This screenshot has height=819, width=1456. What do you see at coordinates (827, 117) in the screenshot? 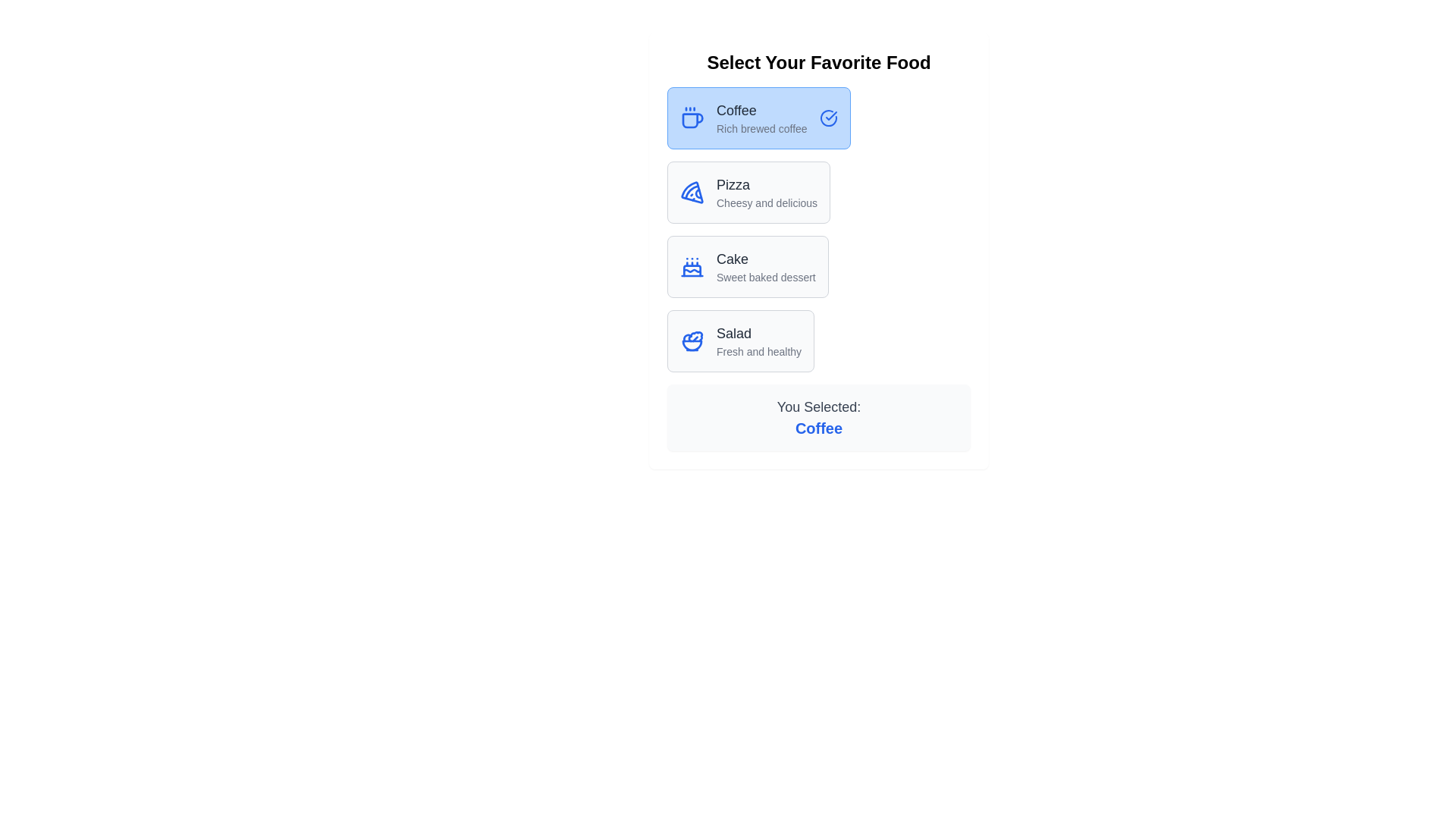
I see `the checkmark icon indicating the selection status of the list item 'Coffee Rich brewed coffee' positioned at the top-right corner of the item` at bounding box center [827, 117].